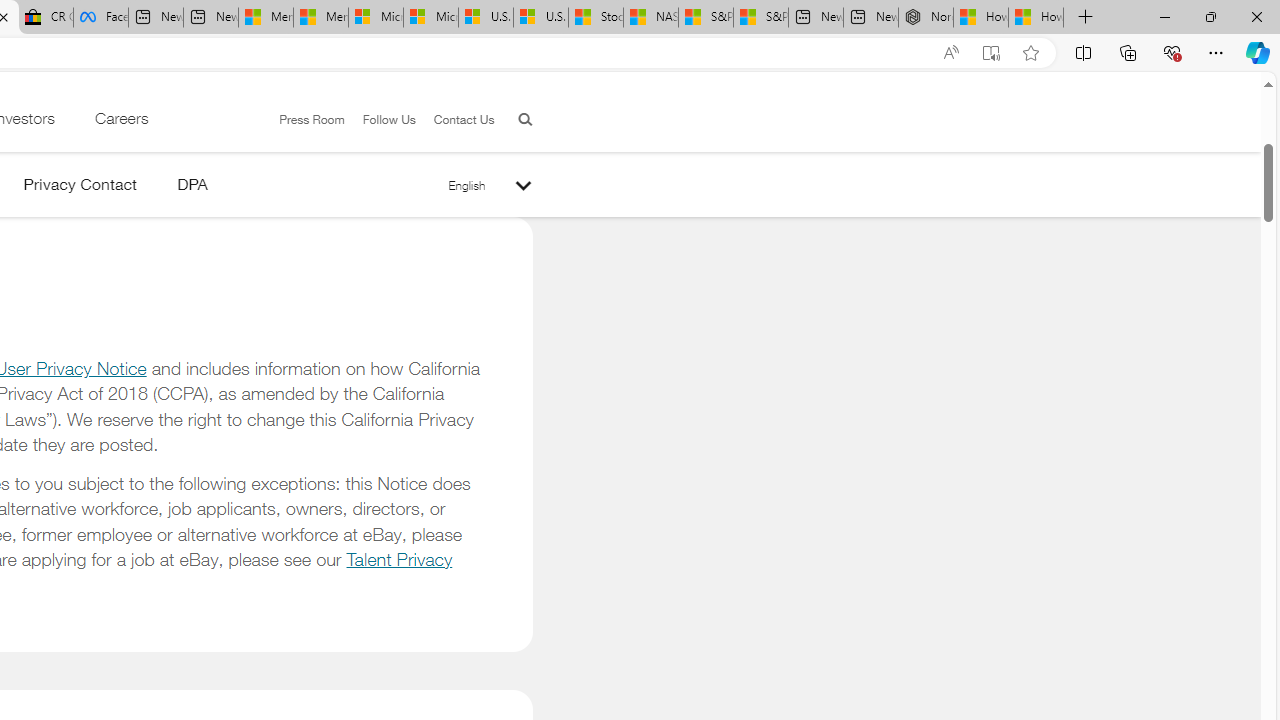 This screenshot has width=1280, height=720. I want to click on 'Privacy Contact', so click(80, 188).